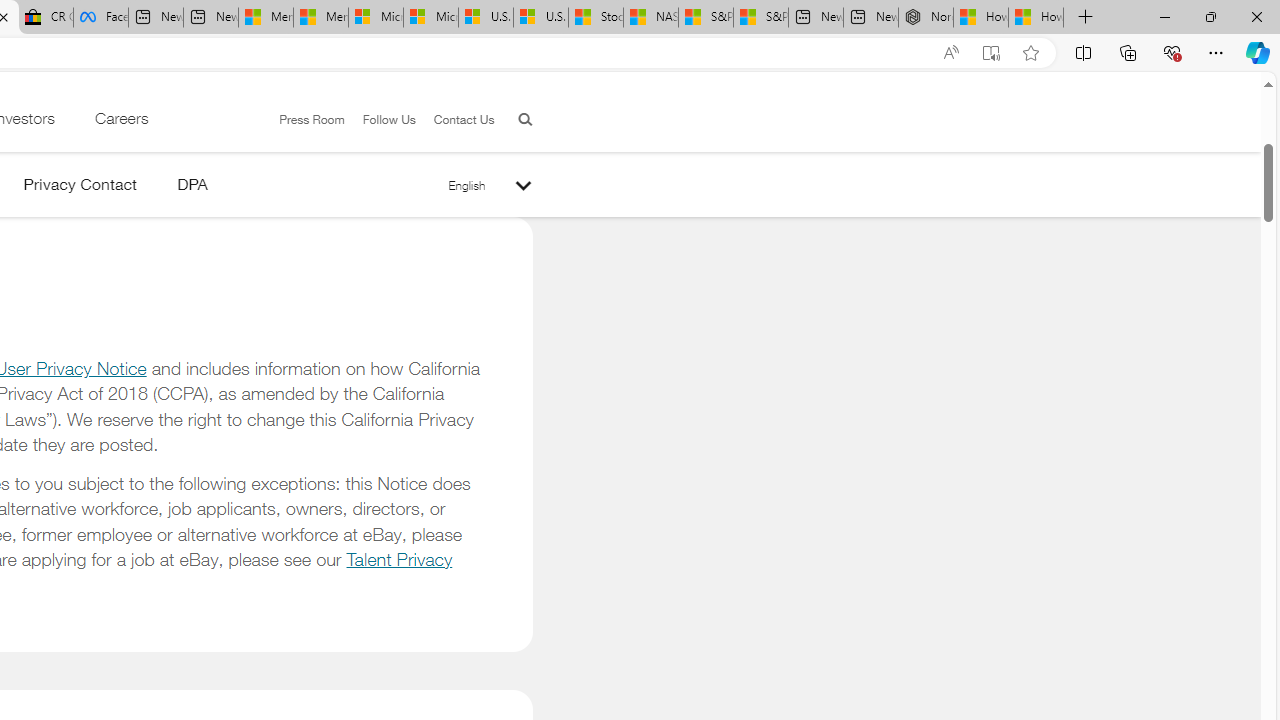 This screenshot has width=1280, height=720. I want to click on 'Privacy Contact', so click(80, 188).